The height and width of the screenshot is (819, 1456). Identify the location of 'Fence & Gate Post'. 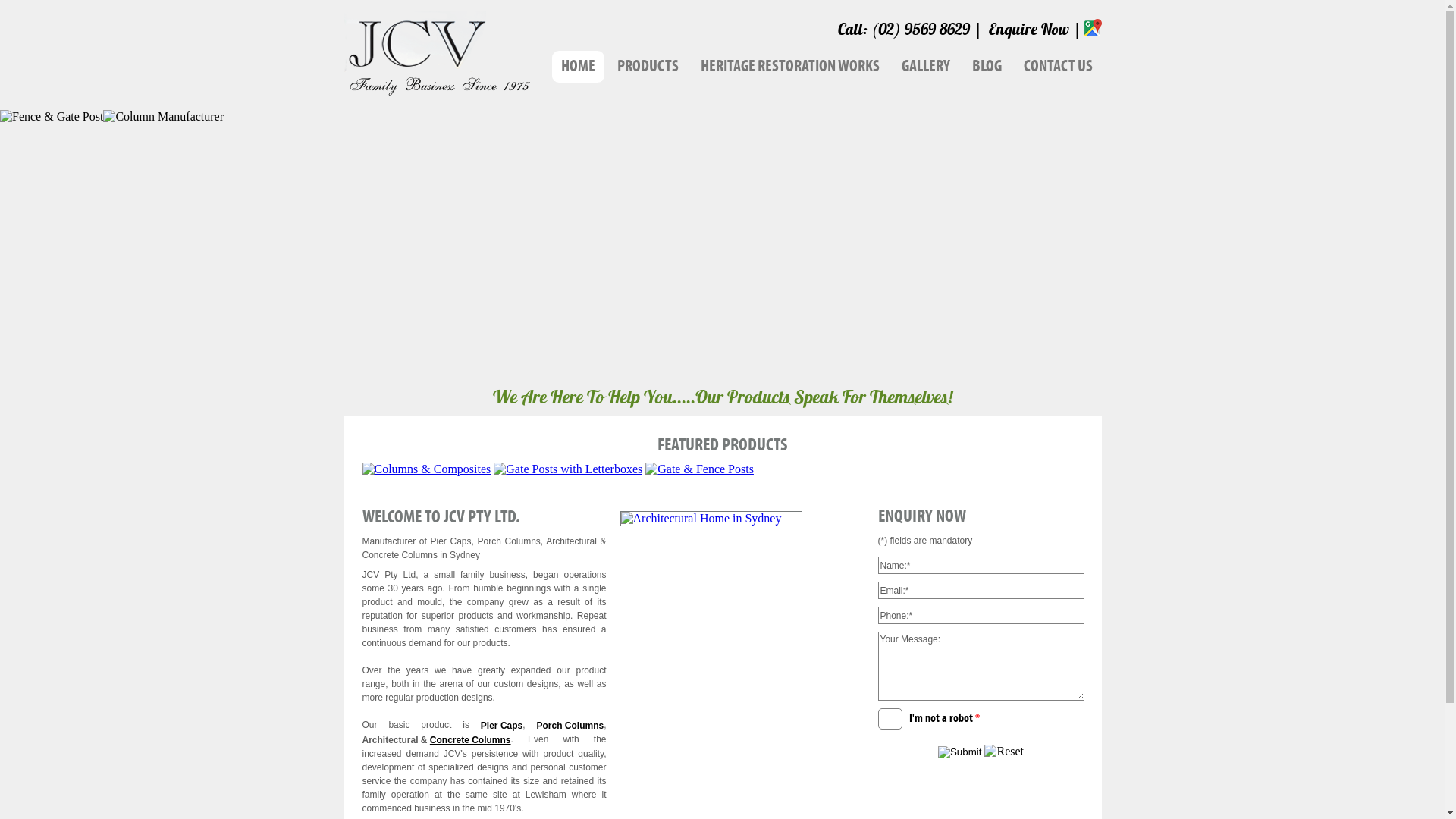
(51, 116).